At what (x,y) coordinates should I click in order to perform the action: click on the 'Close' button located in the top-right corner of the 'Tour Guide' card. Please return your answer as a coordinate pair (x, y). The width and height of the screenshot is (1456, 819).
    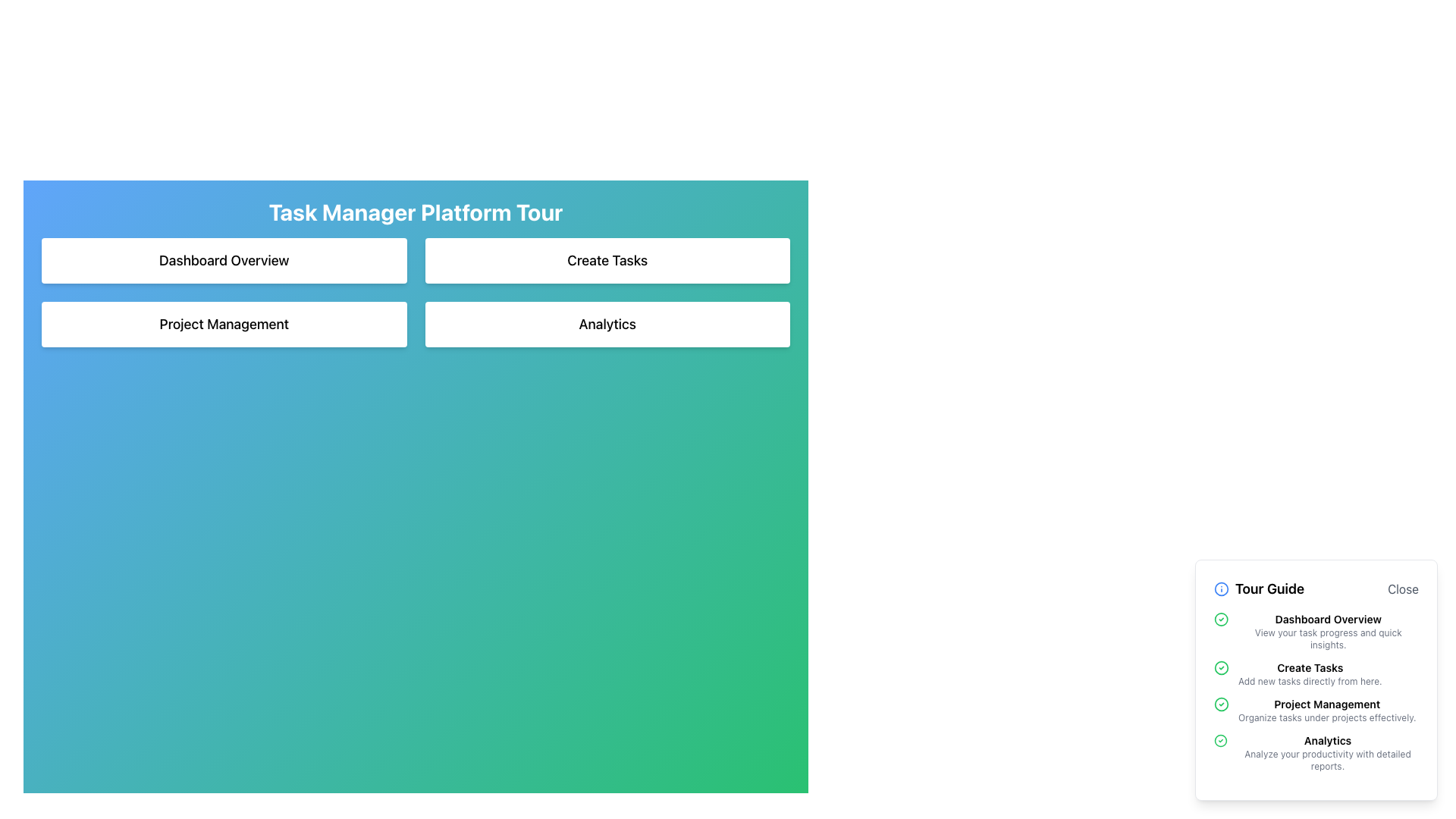
    Looking at the image, I should click on (1402, 588).